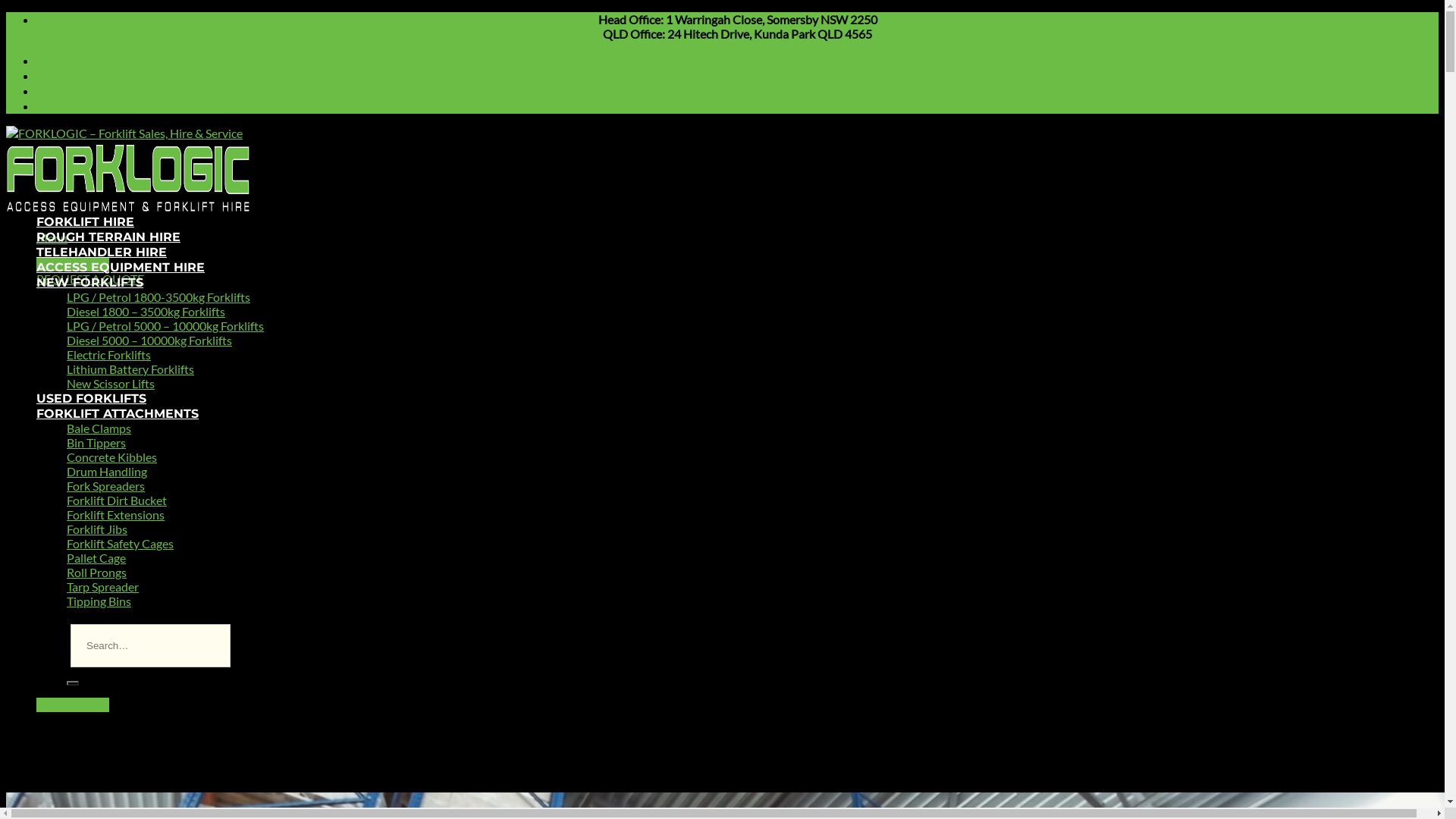 Image resolution: width=1456 pixels, height=819 pixels. Describe the element at coordinates (109, 382) in the screenshot. I see `'New Scissor Lifts'` at that location.